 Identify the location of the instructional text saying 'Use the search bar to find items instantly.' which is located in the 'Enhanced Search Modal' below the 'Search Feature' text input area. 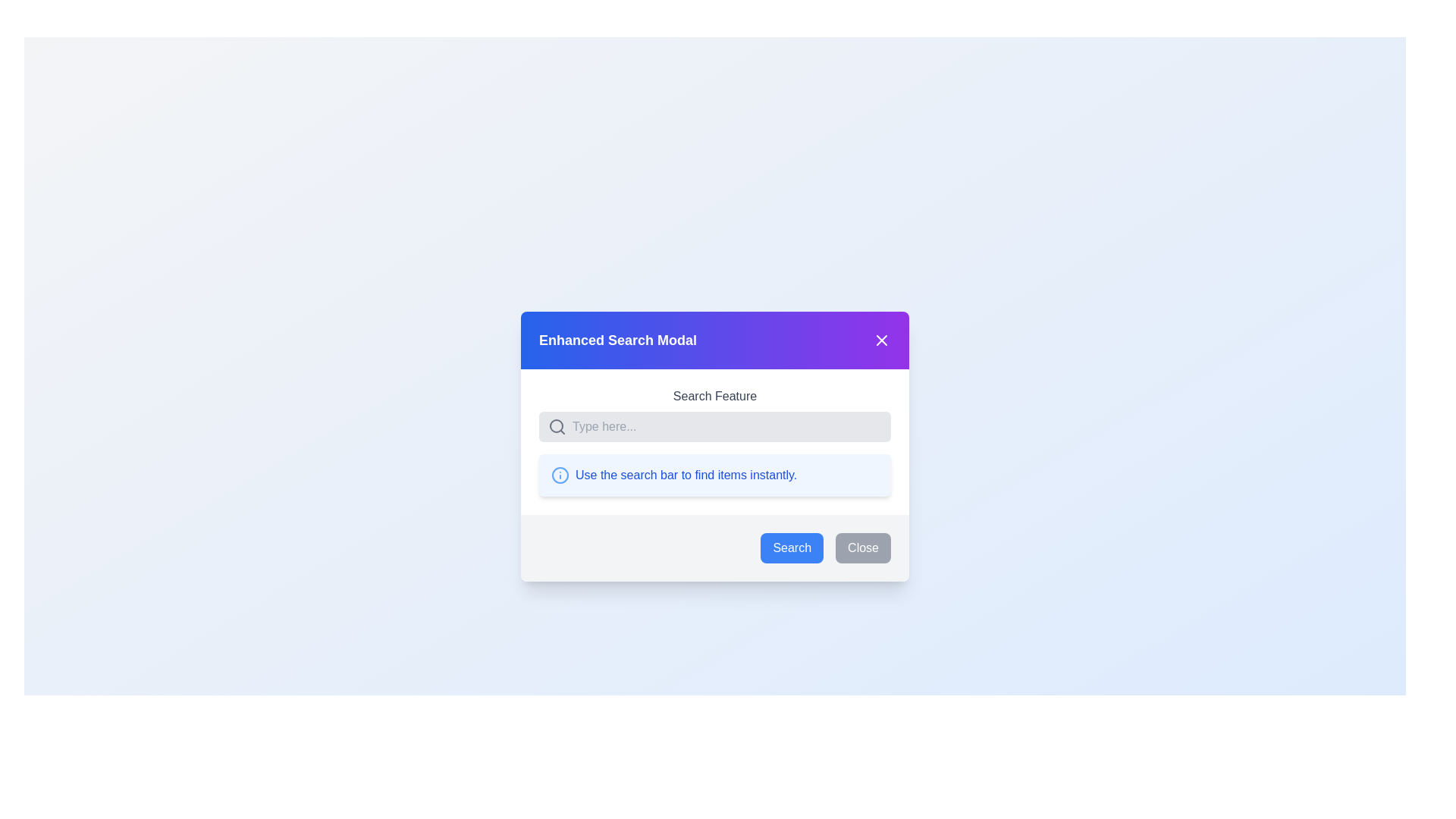
(714, 475).